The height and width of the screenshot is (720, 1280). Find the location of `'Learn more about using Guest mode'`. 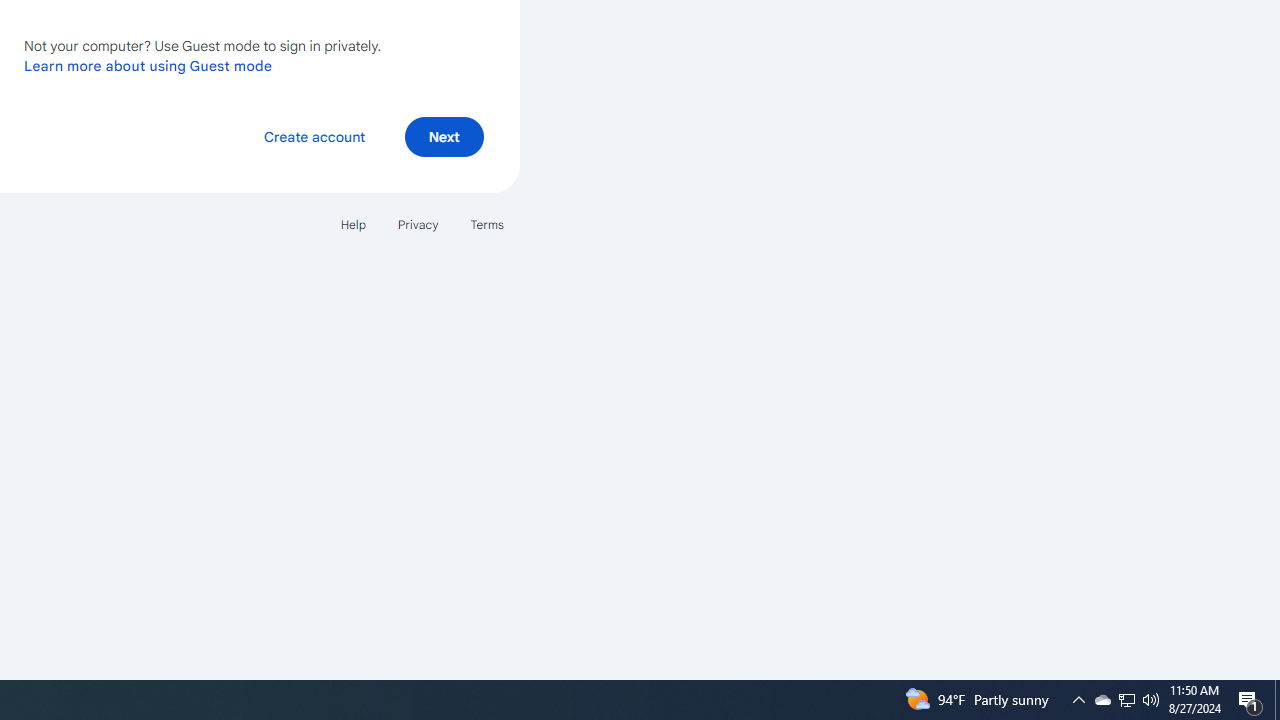

'Learn more about using Guest mode' is located at coordinates (147, 64).